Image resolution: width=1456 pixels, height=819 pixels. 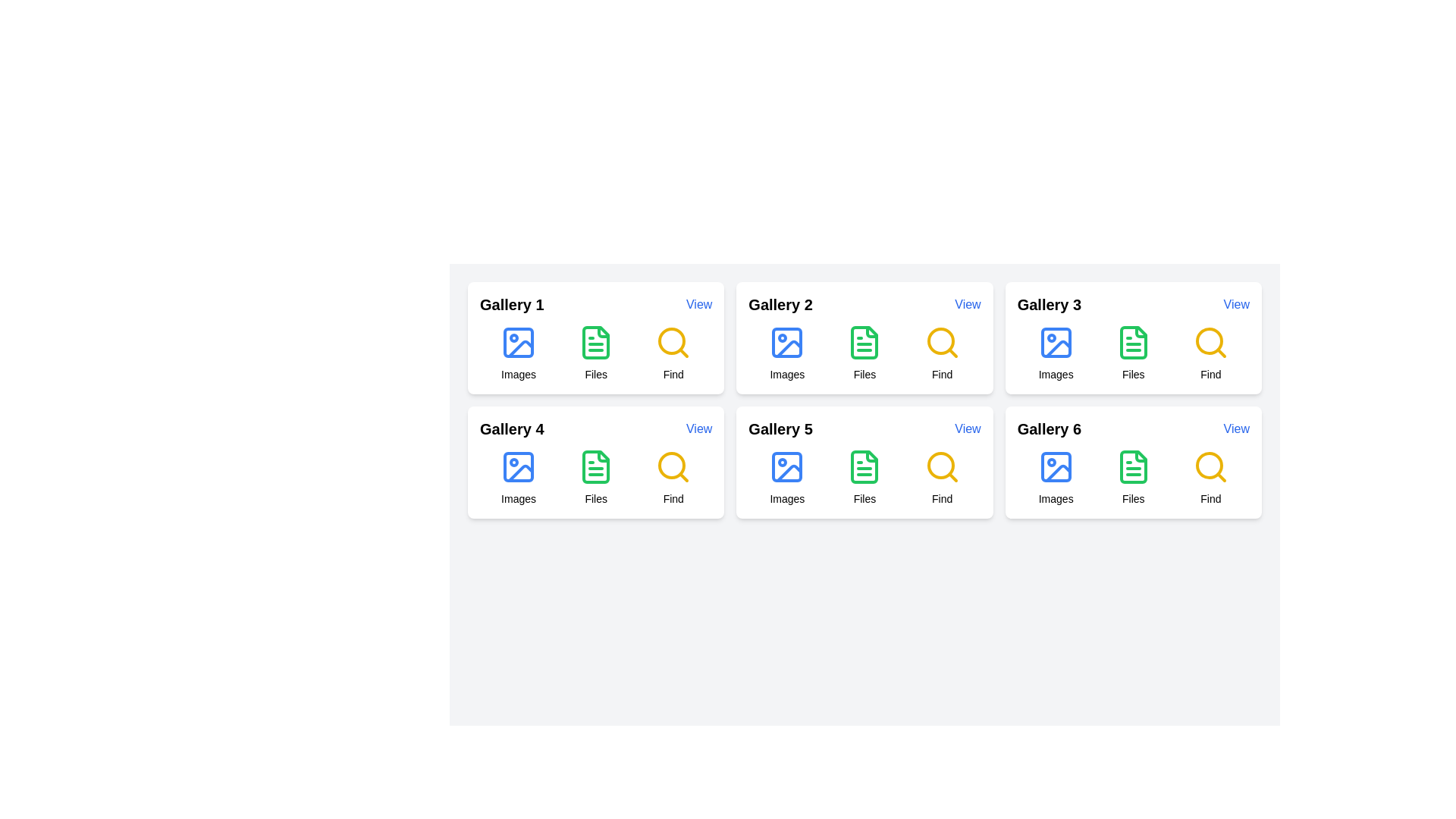 What do you see at coordinates (787, 342) in the screenshot?
I see `the background component of the icon representing an image with a mountain and a circle` at bounding box center [787, 342].